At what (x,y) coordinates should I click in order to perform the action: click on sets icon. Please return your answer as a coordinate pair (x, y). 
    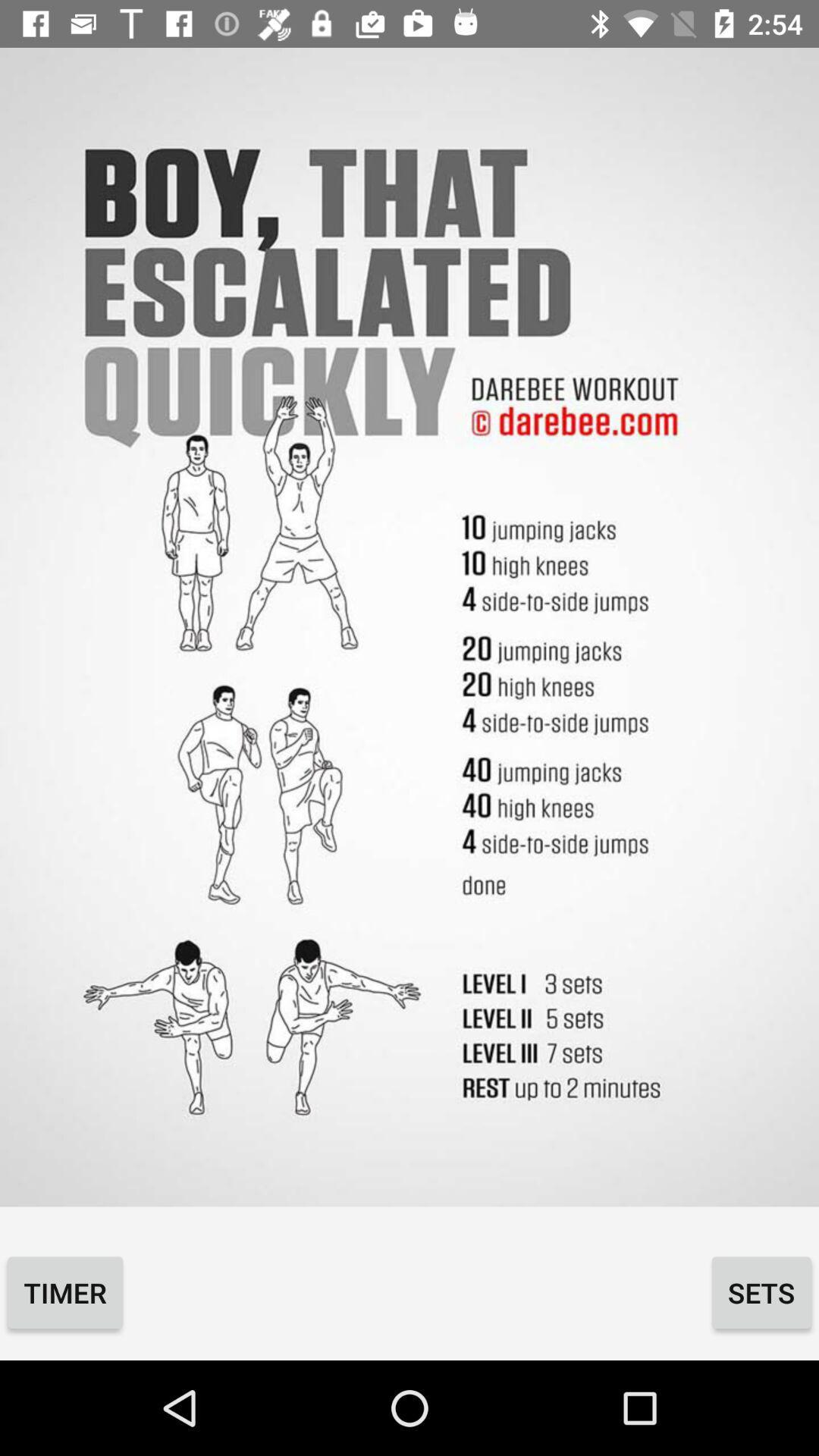
    Looking at the image, I should click on (761, 1291).